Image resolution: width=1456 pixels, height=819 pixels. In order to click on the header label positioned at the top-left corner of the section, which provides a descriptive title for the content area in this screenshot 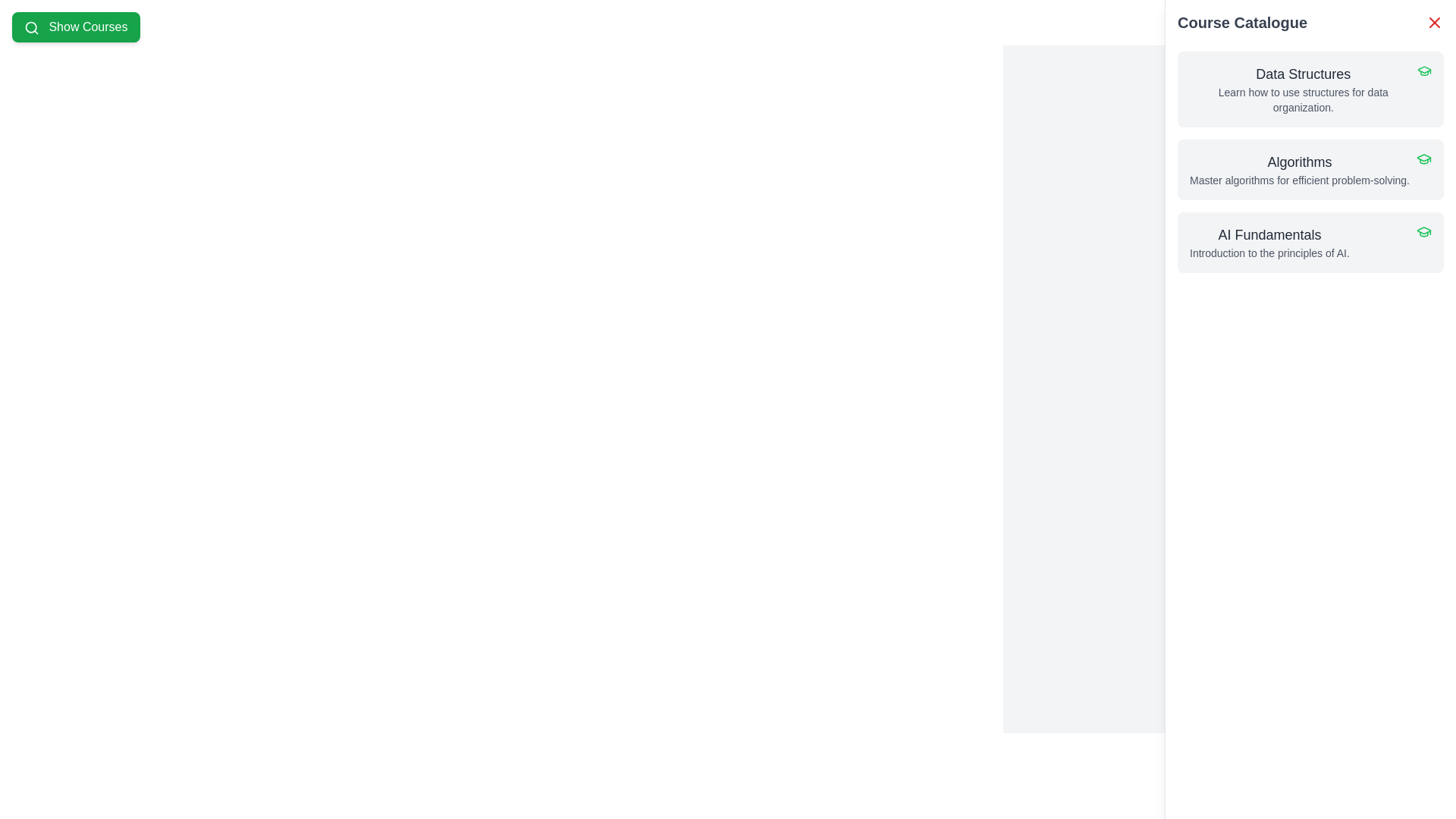, I will do `click(1242, 23)`.